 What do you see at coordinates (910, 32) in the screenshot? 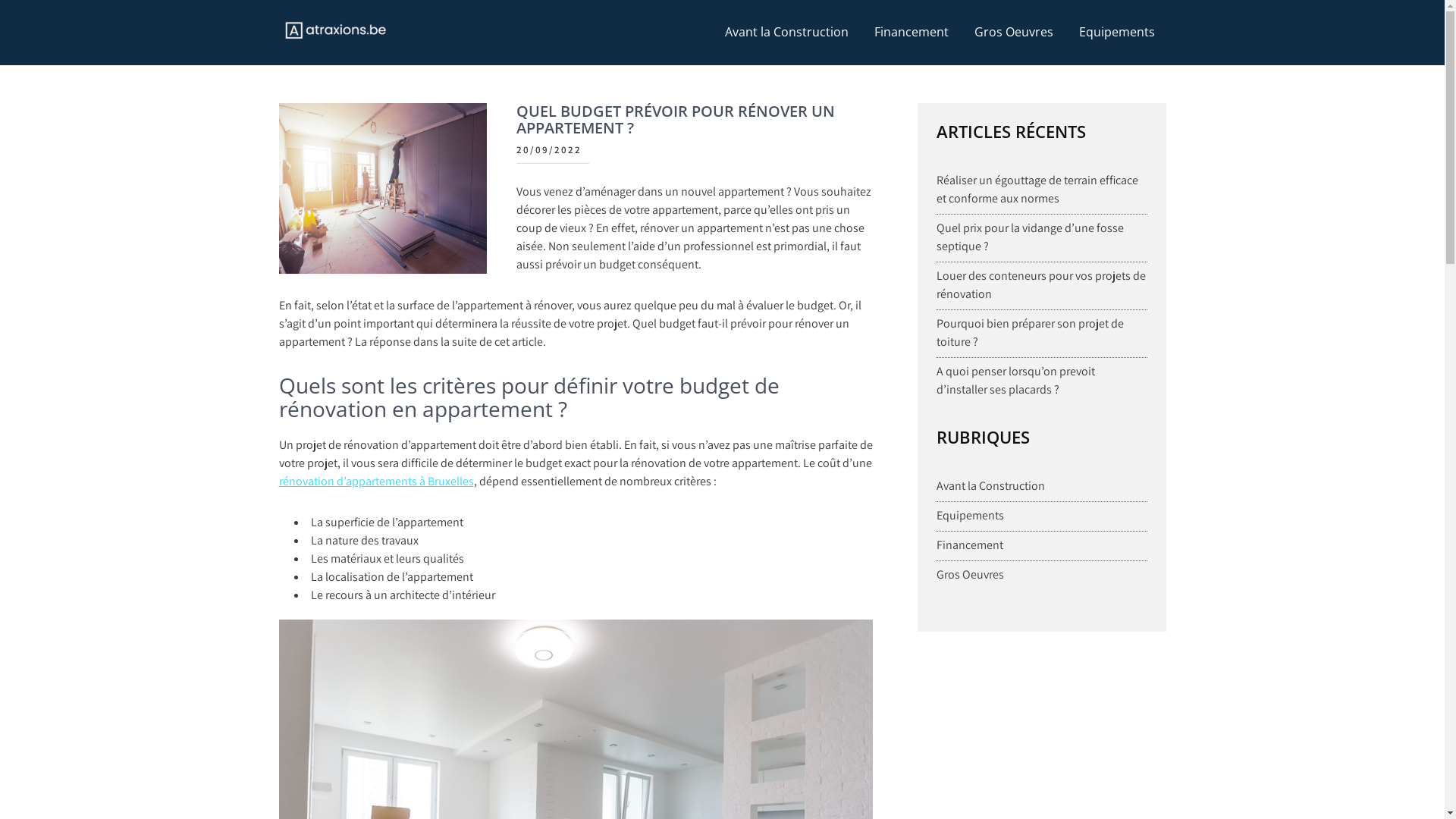
I see `'Financement'` at bounding box center [910, 32].